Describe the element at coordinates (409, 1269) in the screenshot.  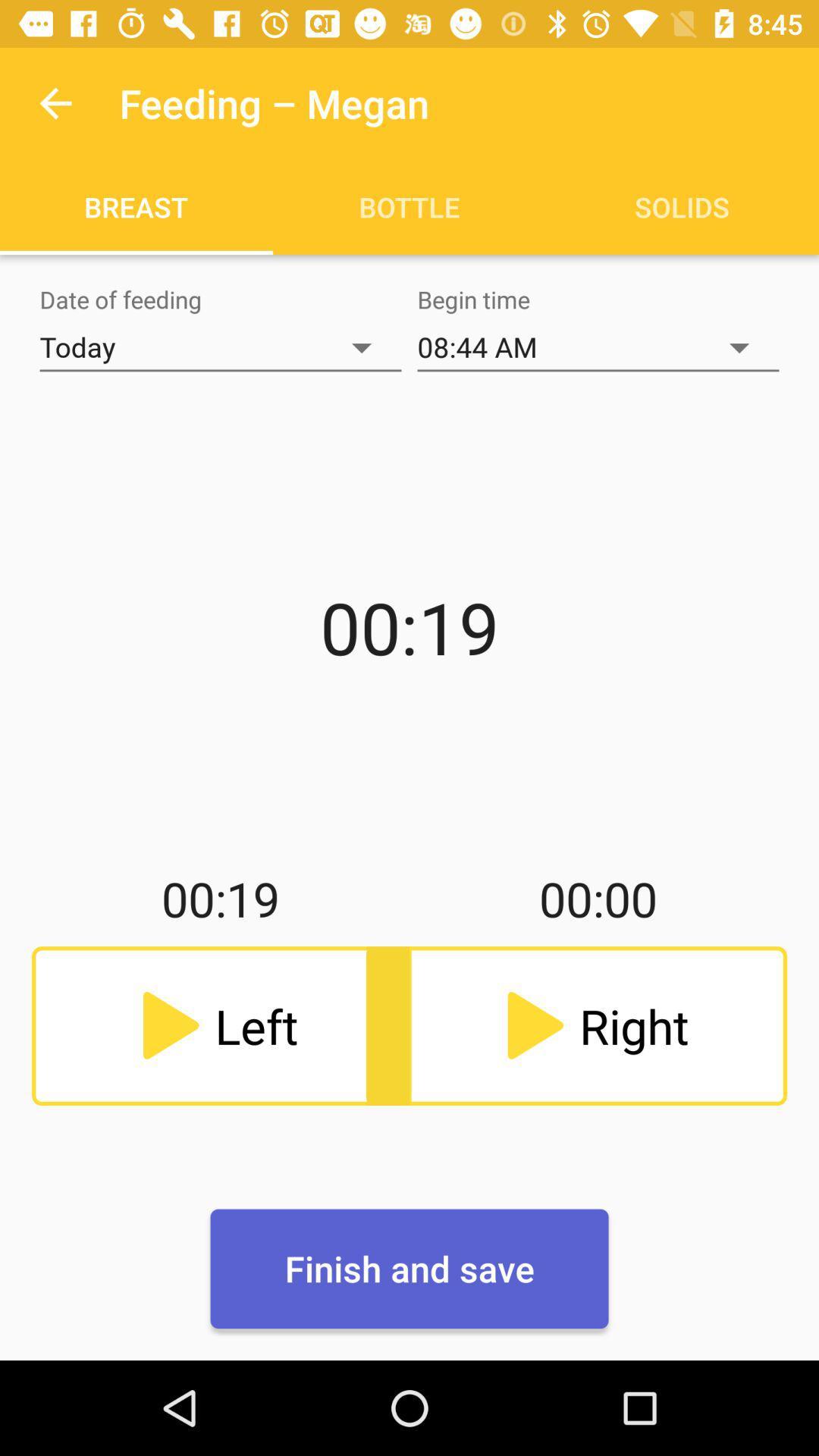
I see `finish and save item` at that location.